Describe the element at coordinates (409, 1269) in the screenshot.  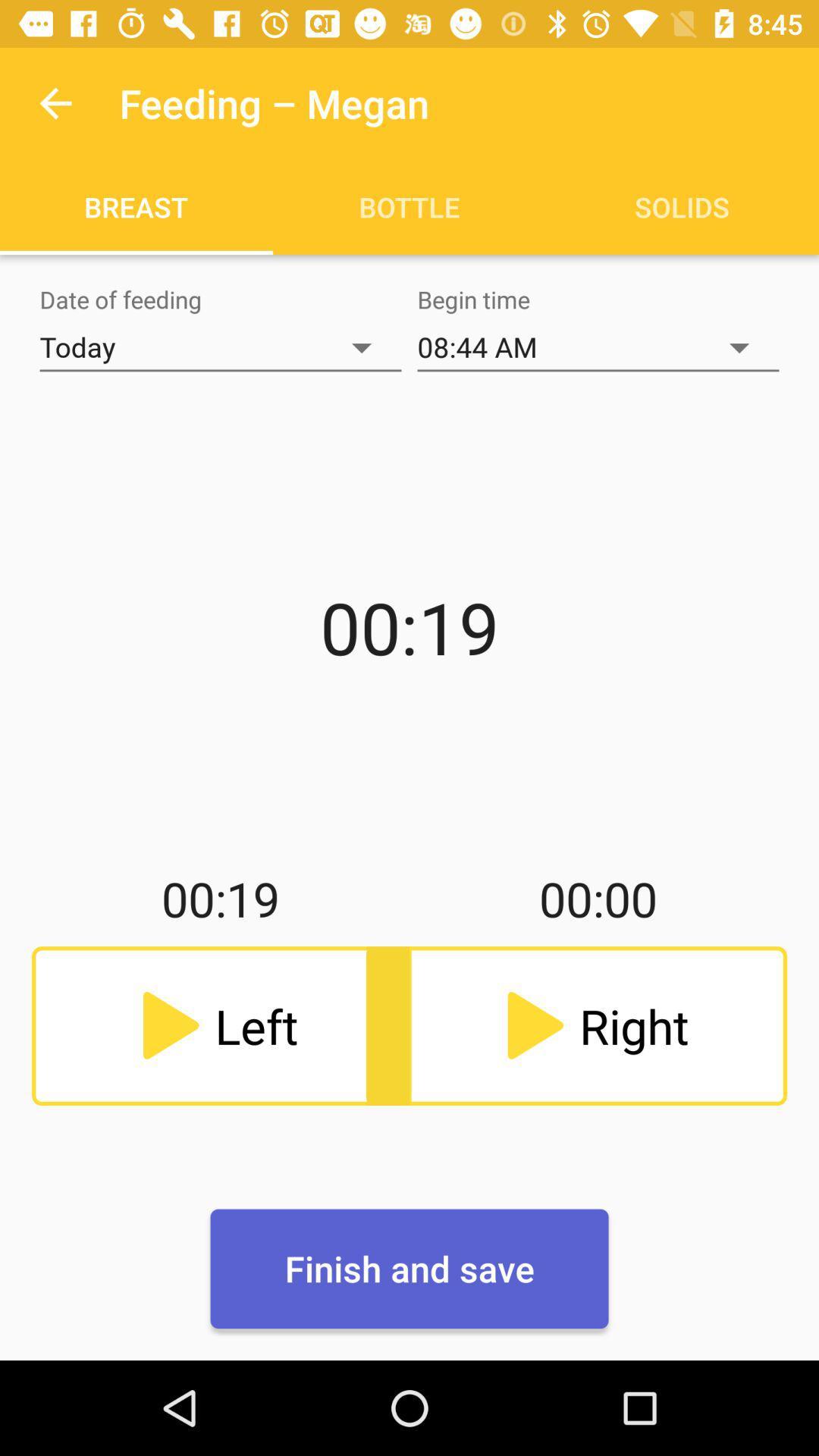
I see `finish and save item` at that location.